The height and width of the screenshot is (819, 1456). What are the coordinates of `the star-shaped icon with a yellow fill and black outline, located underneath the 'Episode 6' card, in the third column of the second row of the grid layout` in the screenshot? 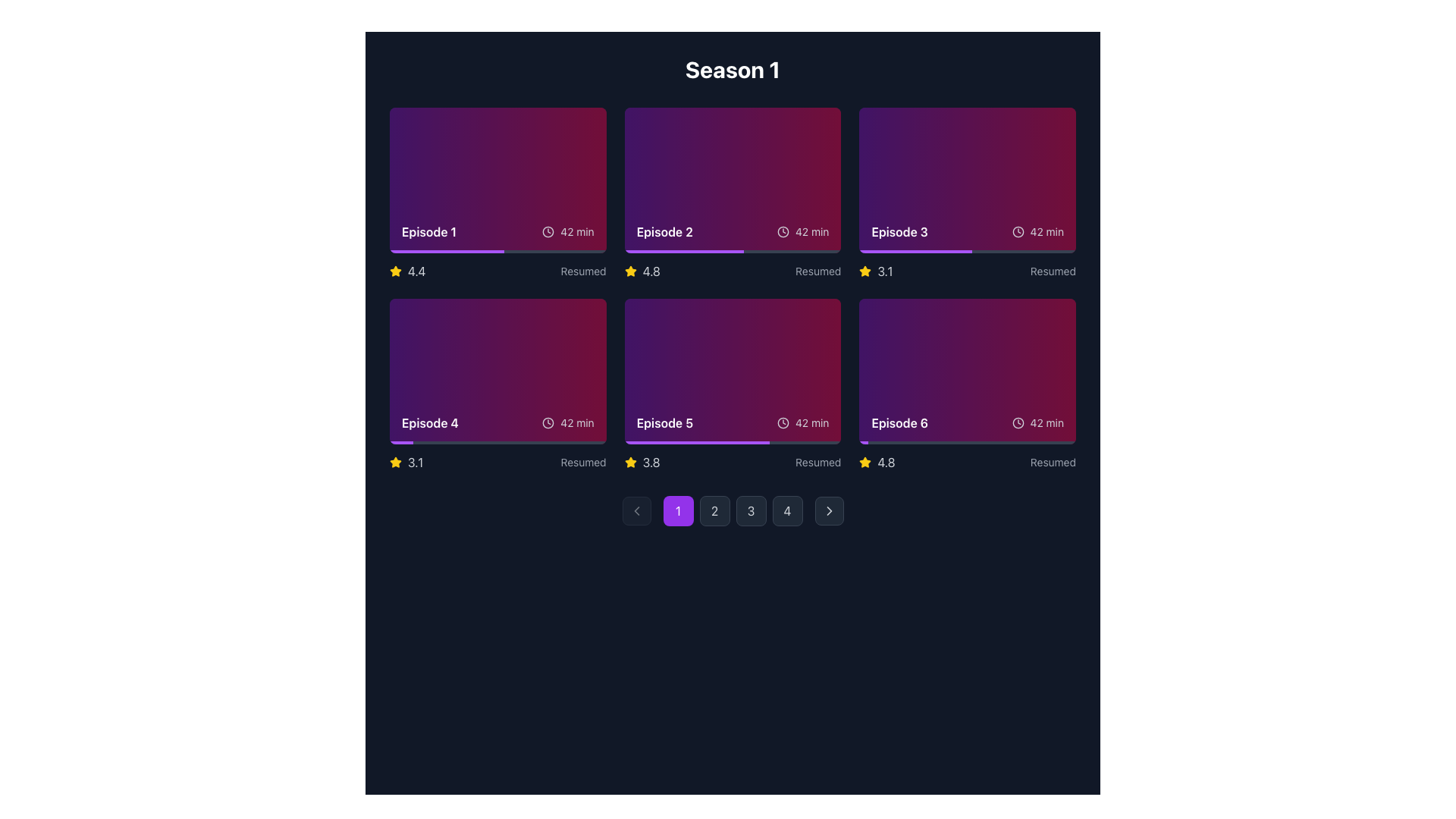 It's located at (396, 461).